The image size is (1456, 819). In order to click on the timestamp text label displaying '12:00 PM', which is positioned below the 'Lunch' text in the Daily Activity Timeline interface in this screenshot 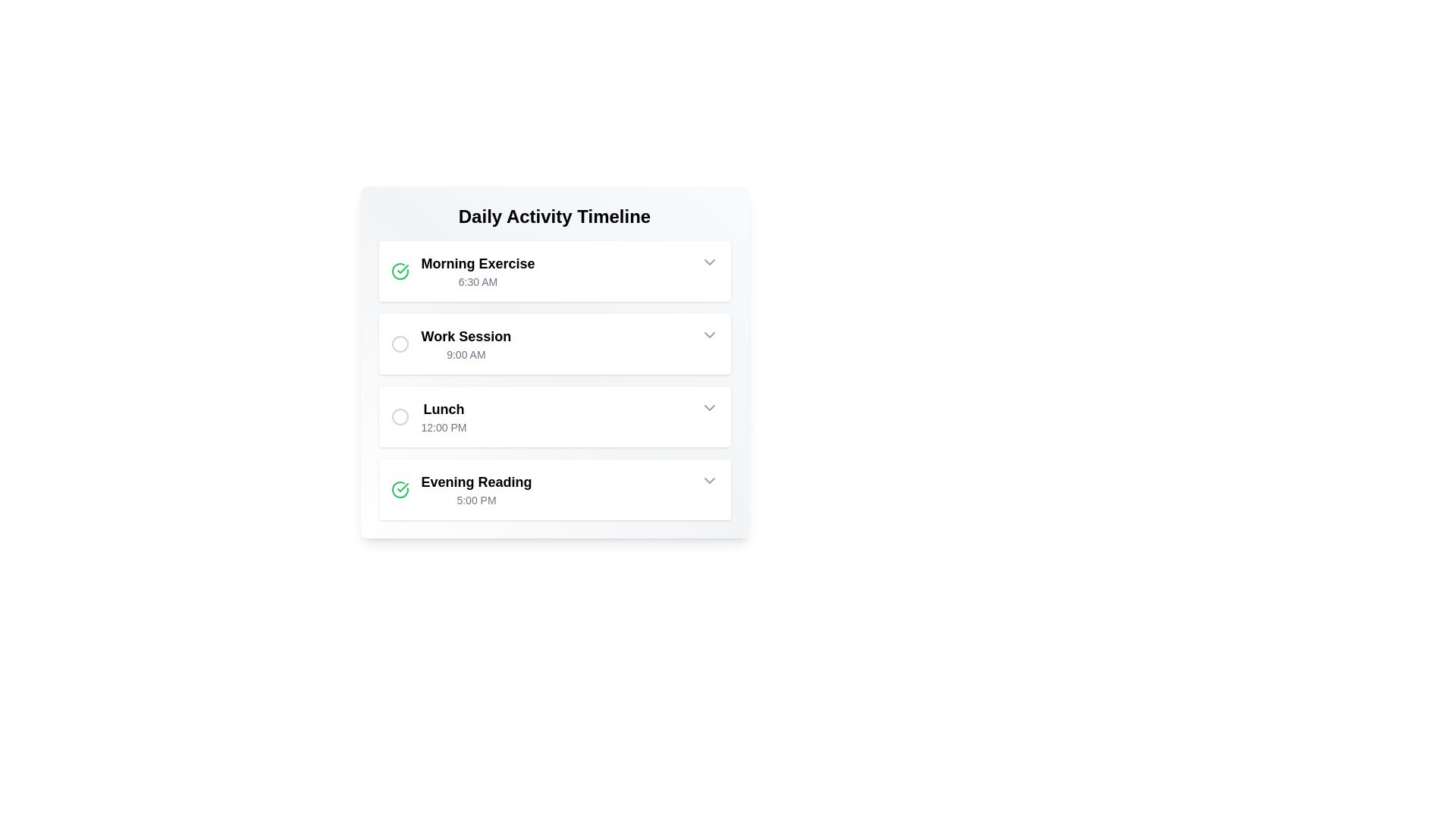, I will do `click(443, 427)`.